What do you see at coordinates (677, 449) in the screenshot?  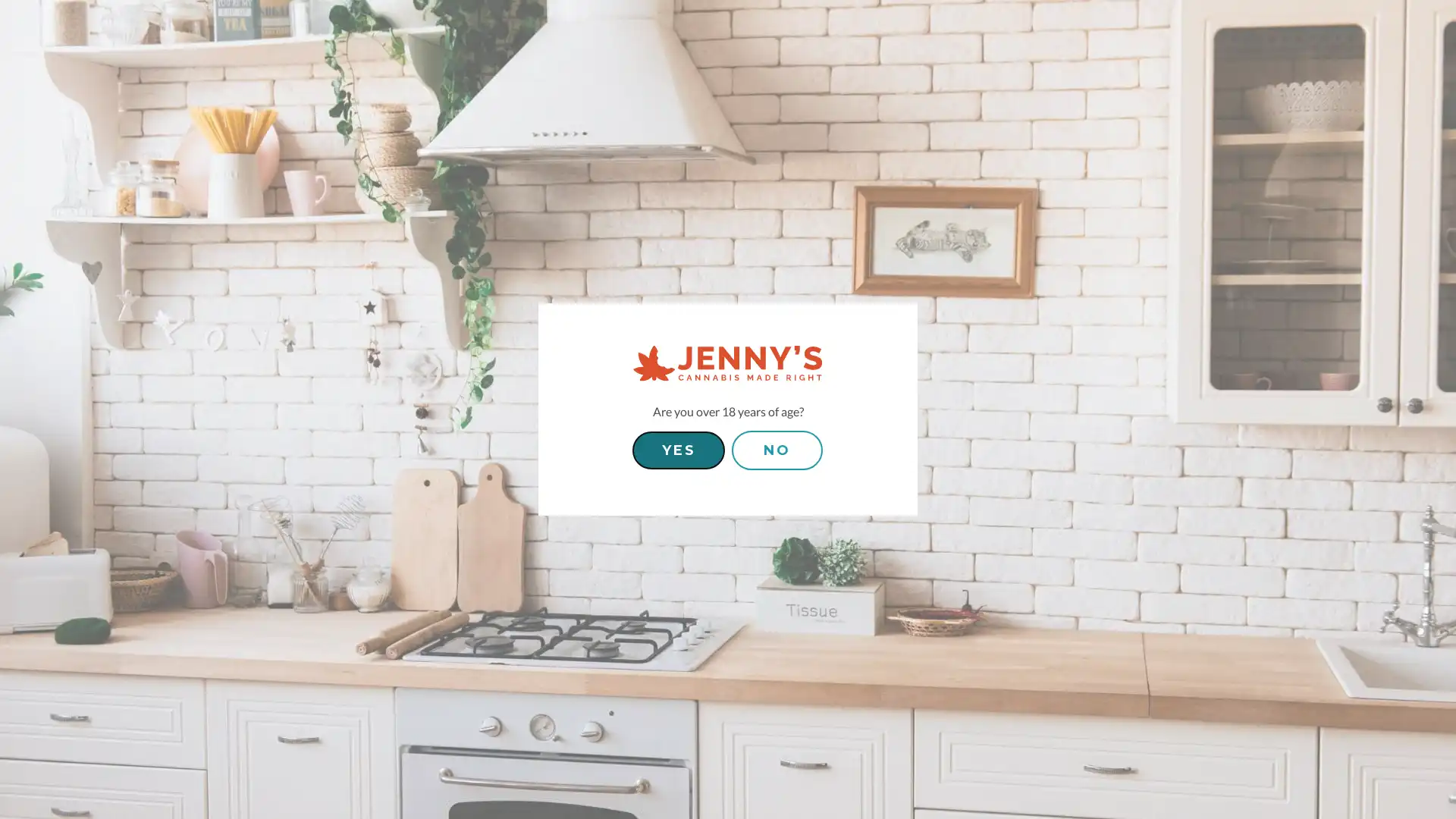 I see `YES` at bounding box center [677, 449].